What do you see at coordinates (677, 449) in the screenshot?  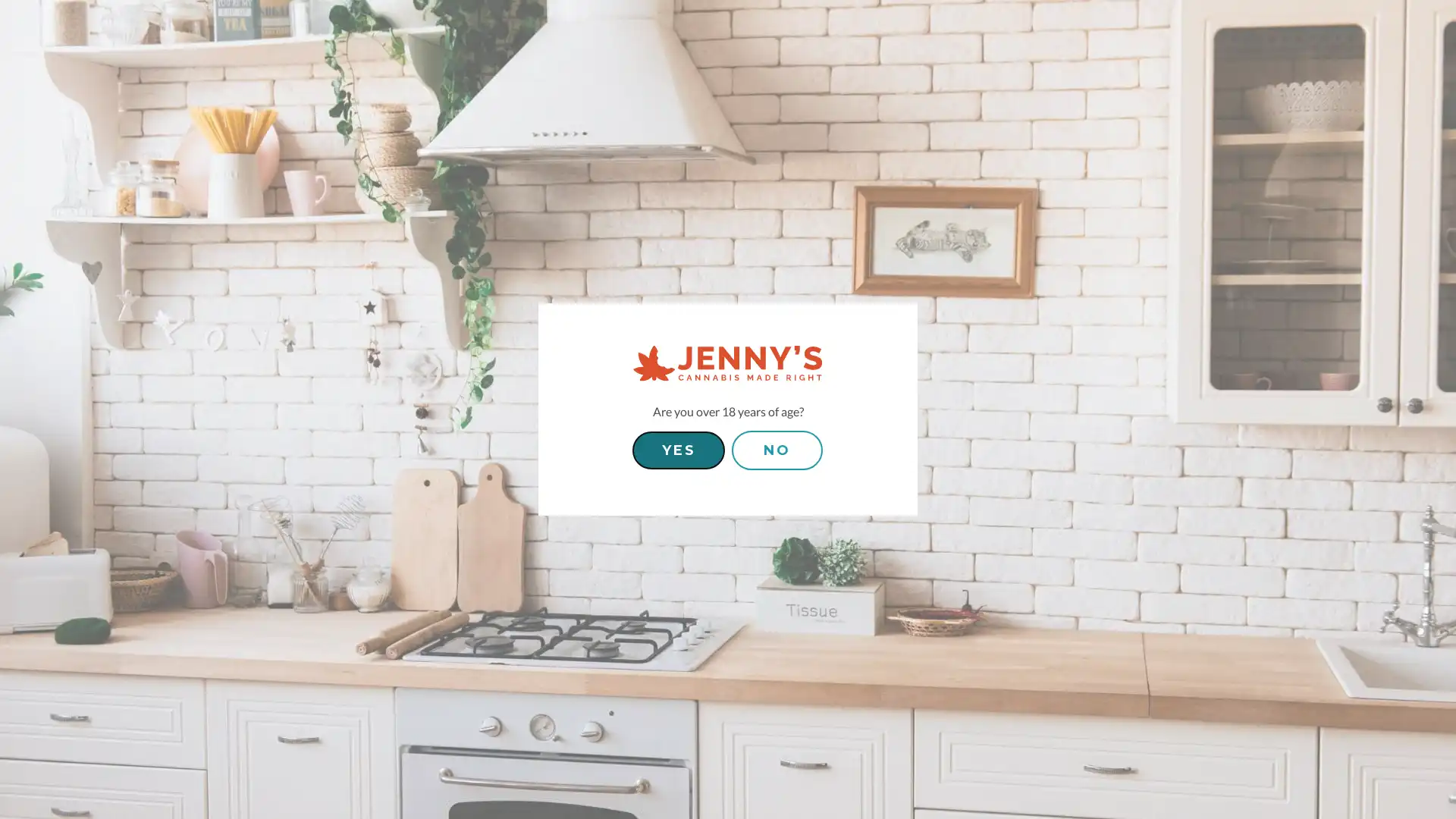 I see `YES` at bounding box center [677, 449].